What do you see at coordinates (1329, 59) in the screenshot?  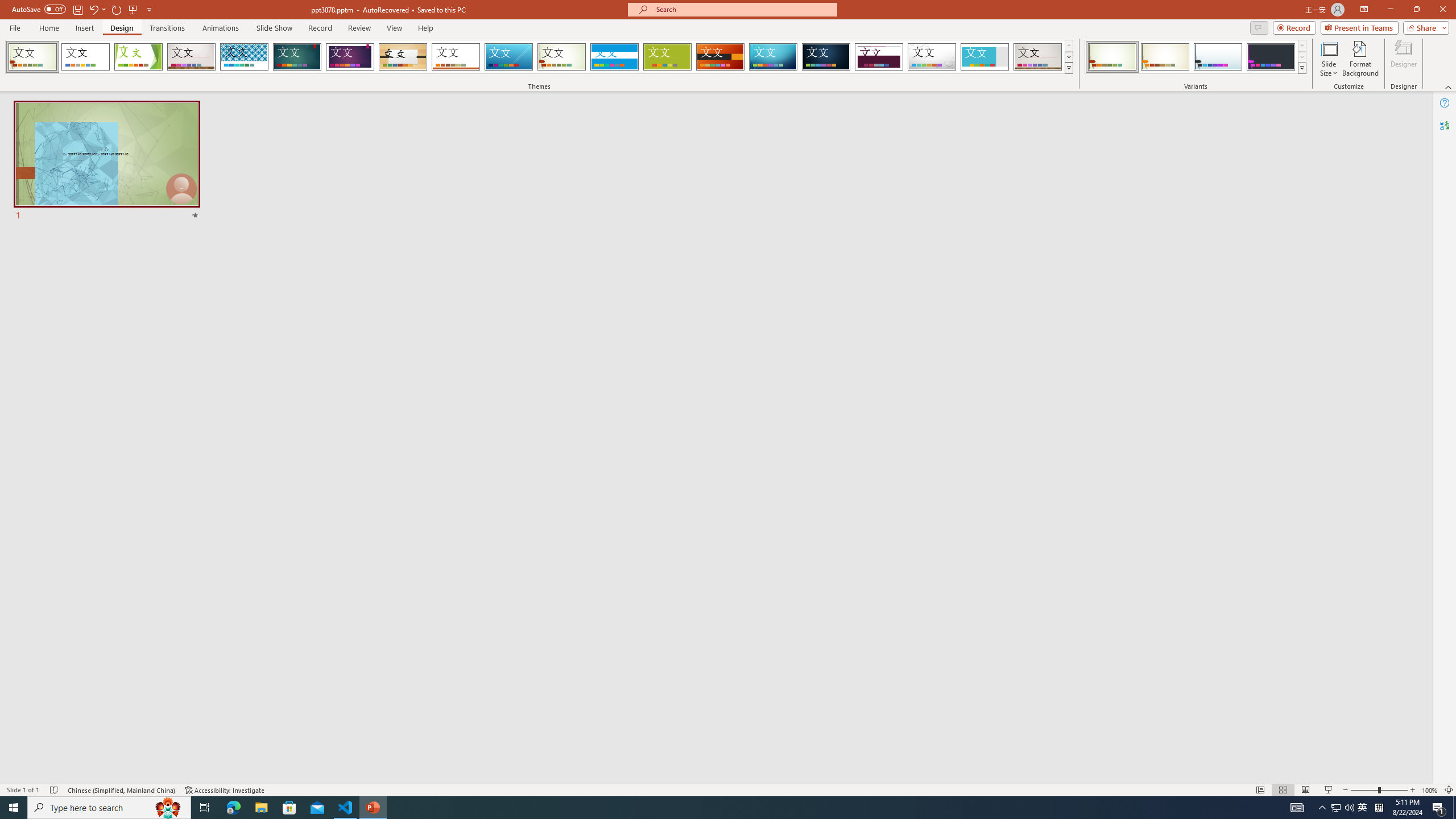 I see `'Slide Size'` at bounding box center [1329, 59].